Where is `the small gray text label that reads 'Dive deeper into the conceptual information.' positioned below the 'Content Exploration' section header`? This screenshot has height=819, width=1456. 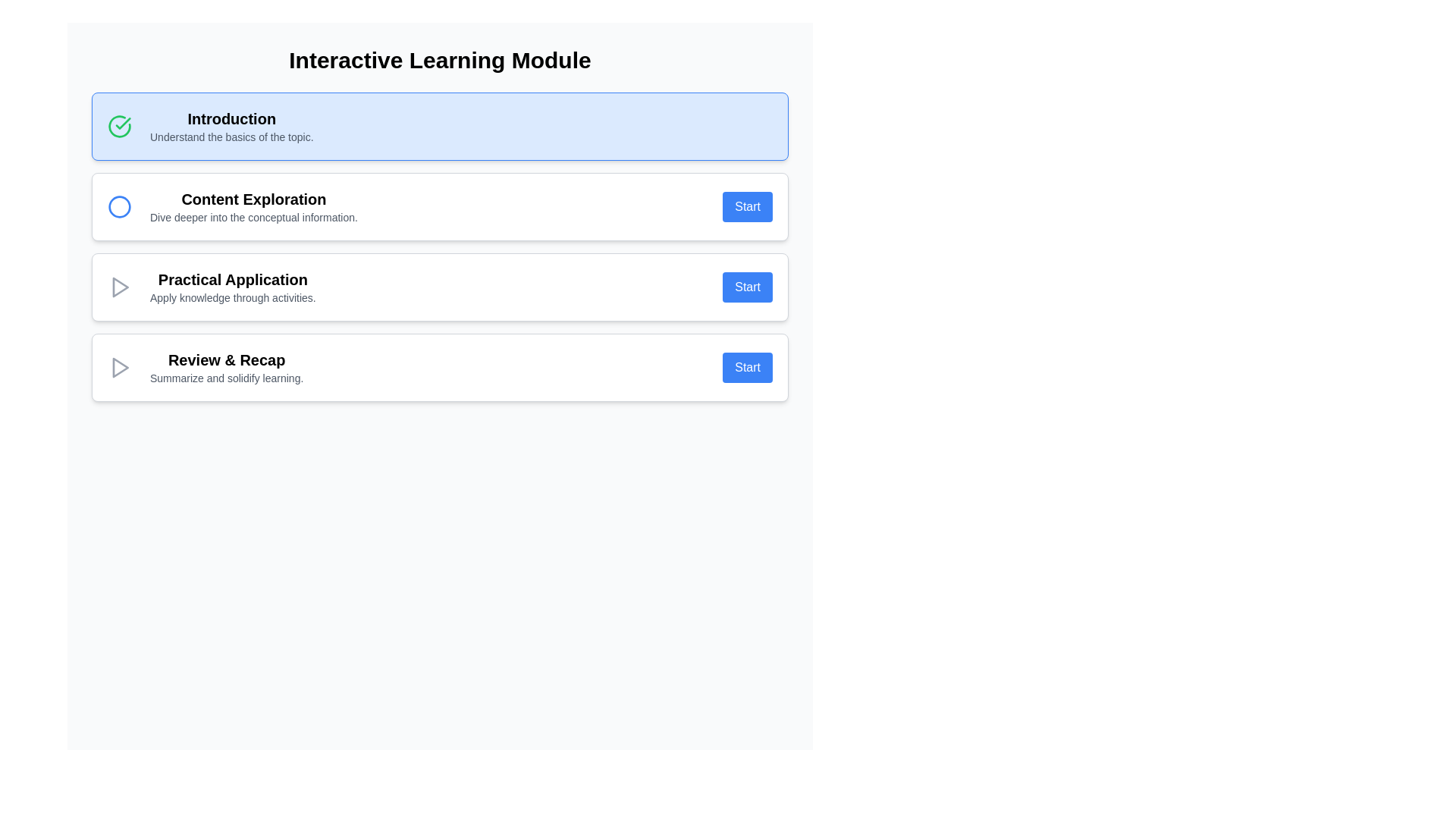 the small gray text label that reads 'Dive deeper into the conceptual information.' positioned below the 'Content Exploration' section header is located at coordinates (254, 217).